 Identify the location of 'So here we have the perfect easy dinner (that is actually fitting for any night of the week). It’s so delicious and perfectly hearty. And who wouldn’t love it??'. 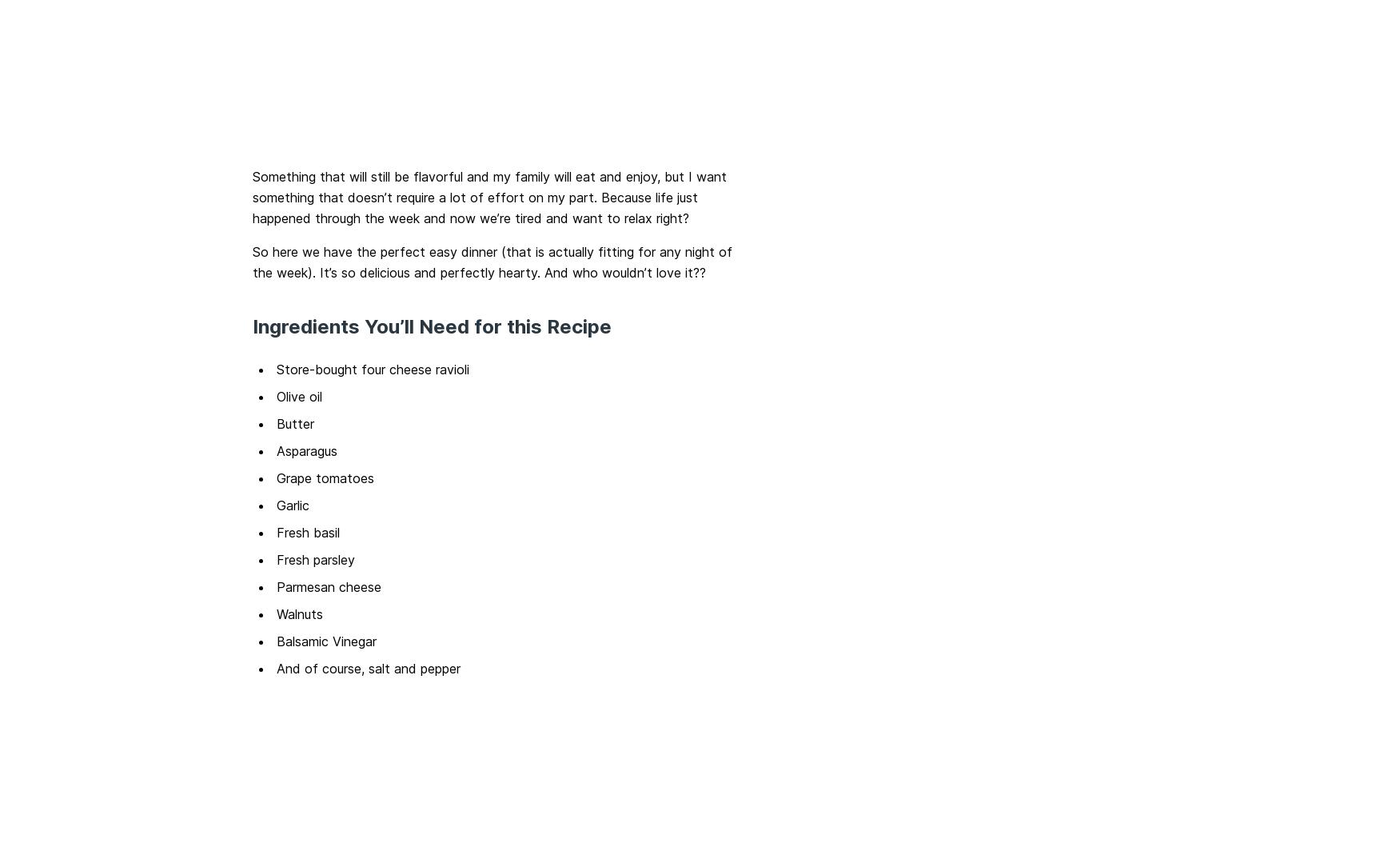
(490, 261).